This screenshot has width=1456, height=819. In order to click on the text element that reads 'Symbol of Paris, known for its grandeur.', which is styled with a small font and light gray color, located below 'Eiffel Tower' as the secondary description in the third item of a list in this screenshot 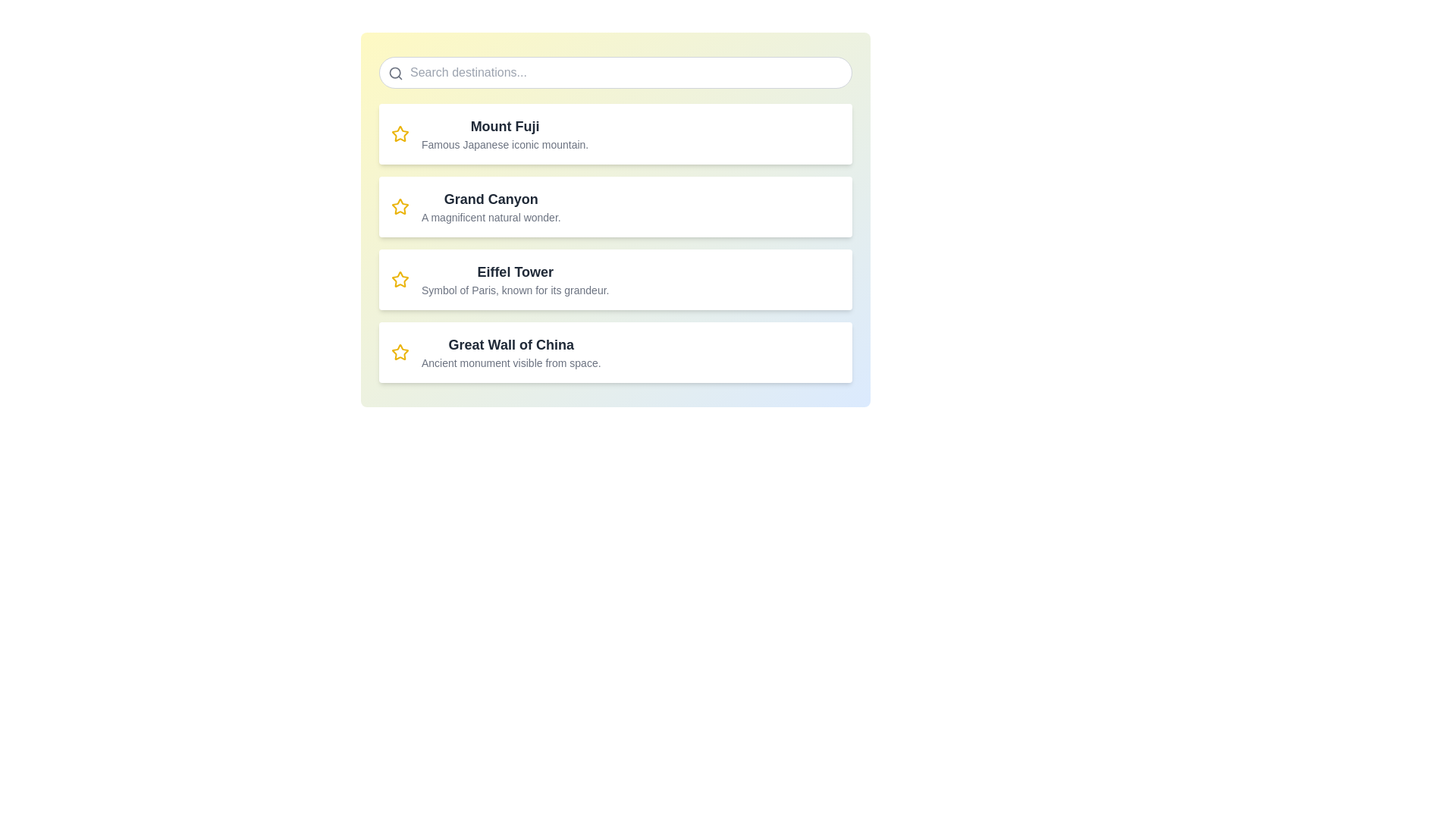, I will do `click(515, 290)`.